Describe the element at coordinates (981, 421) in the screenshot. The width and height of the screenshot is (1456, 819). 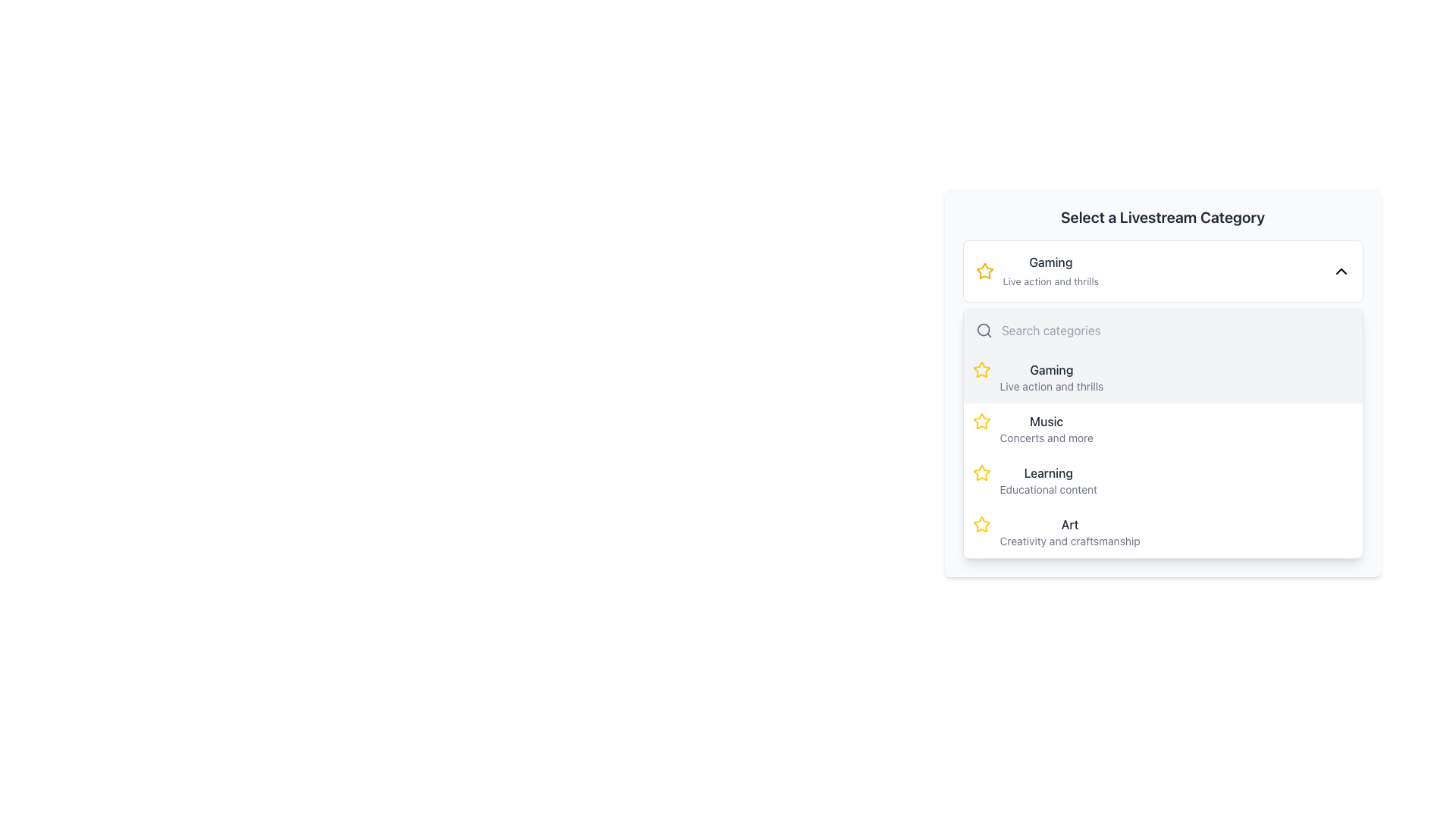
I see `the second star icon in the dropdown list representing the 'Music' category` at that location.